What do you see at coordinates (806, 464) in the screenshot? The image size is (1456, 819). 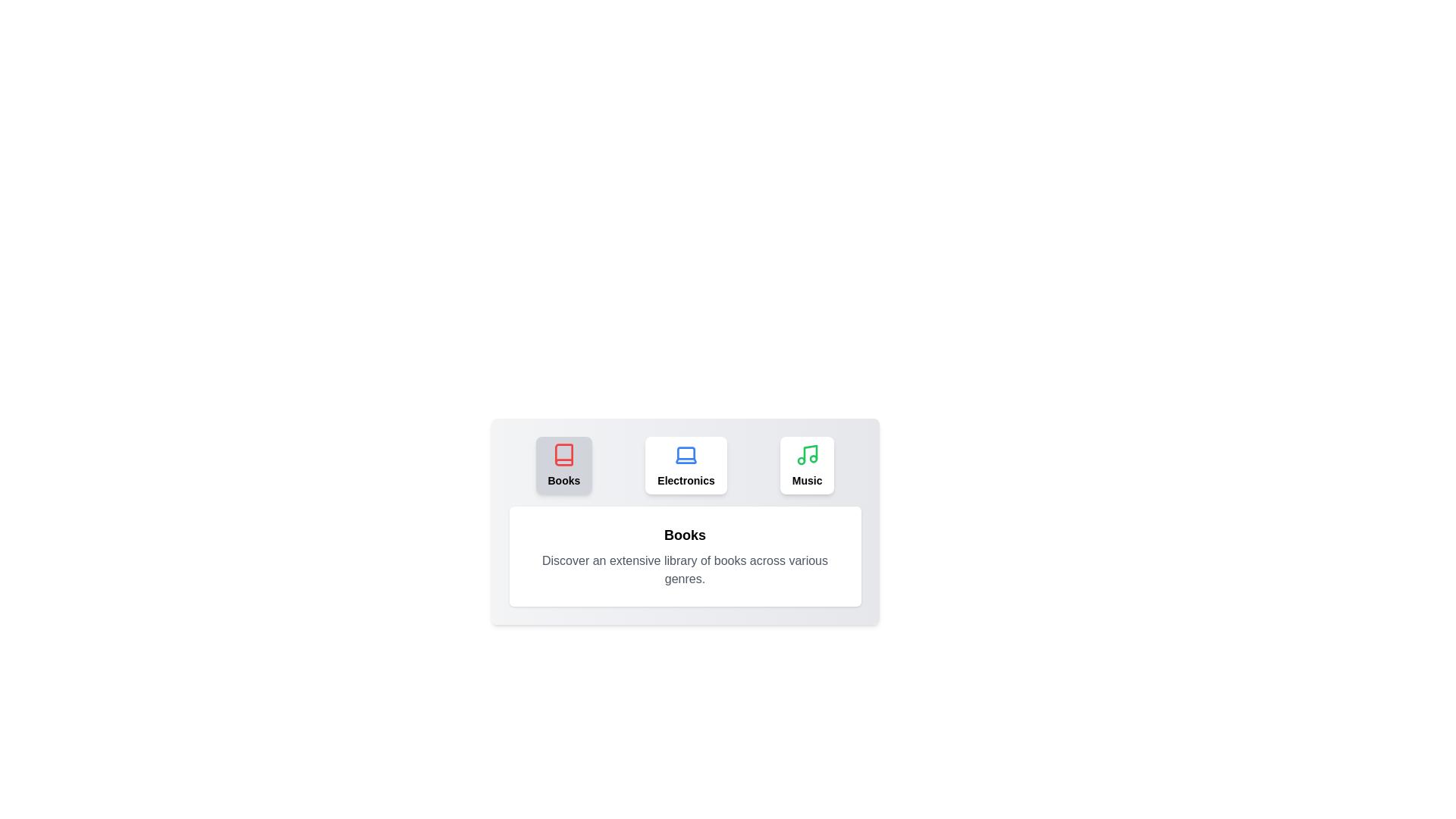 I see `the tab labeled Music` at bounding box center [806, 464].